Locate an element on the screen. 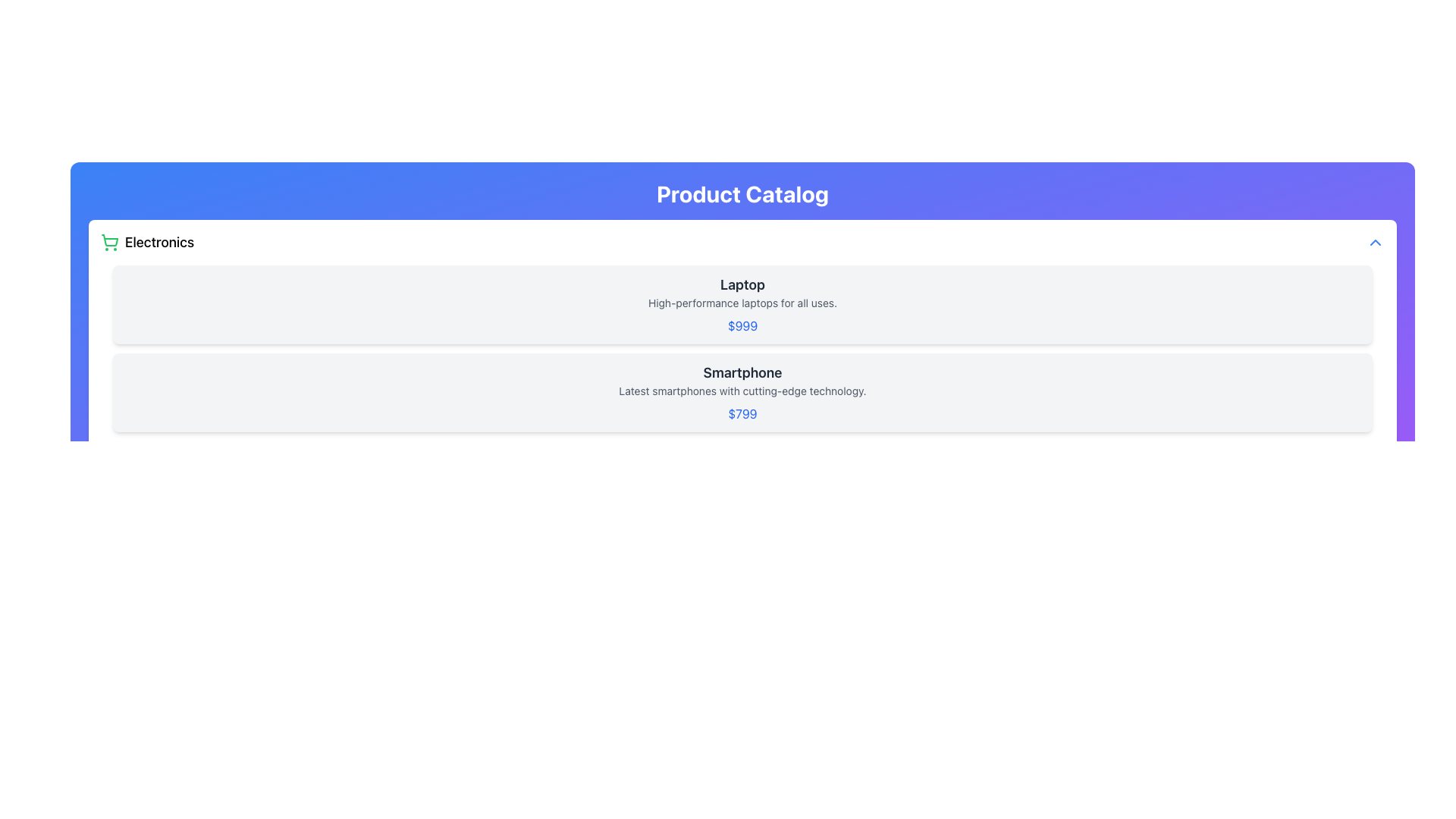  the icon indicating the state of the 'Electronics' panel, positioned on the farthest right-hand side of the header area, adjacent to the text 'Electronics' is located at coordinates (1376, 242).